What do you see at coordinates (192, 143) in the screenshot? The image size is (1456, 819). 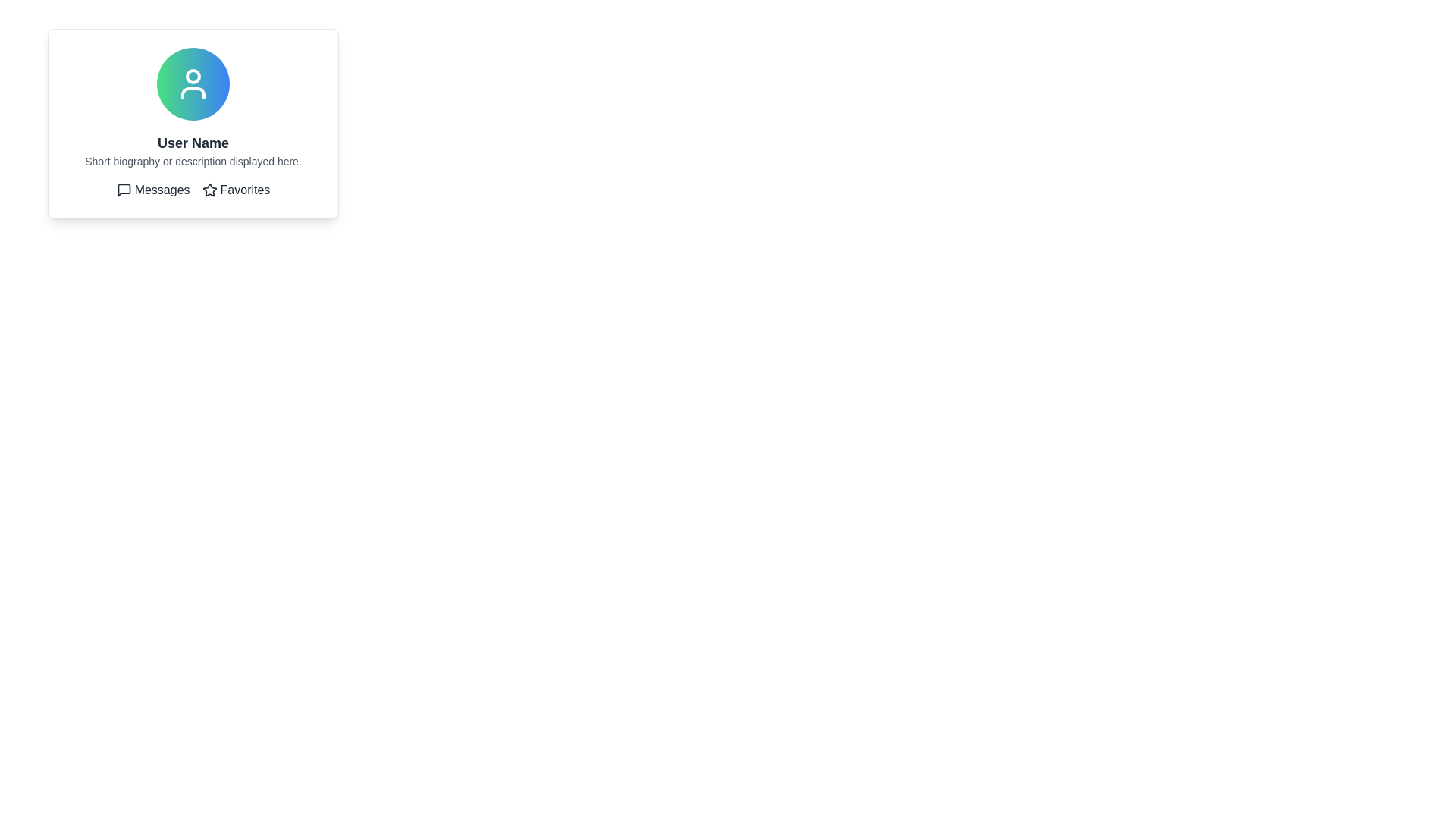 I see `the 'User Name' static text element, which is styled in bold and large font, positioned below the circular user icon on the card` at bounding box center [192, 143].